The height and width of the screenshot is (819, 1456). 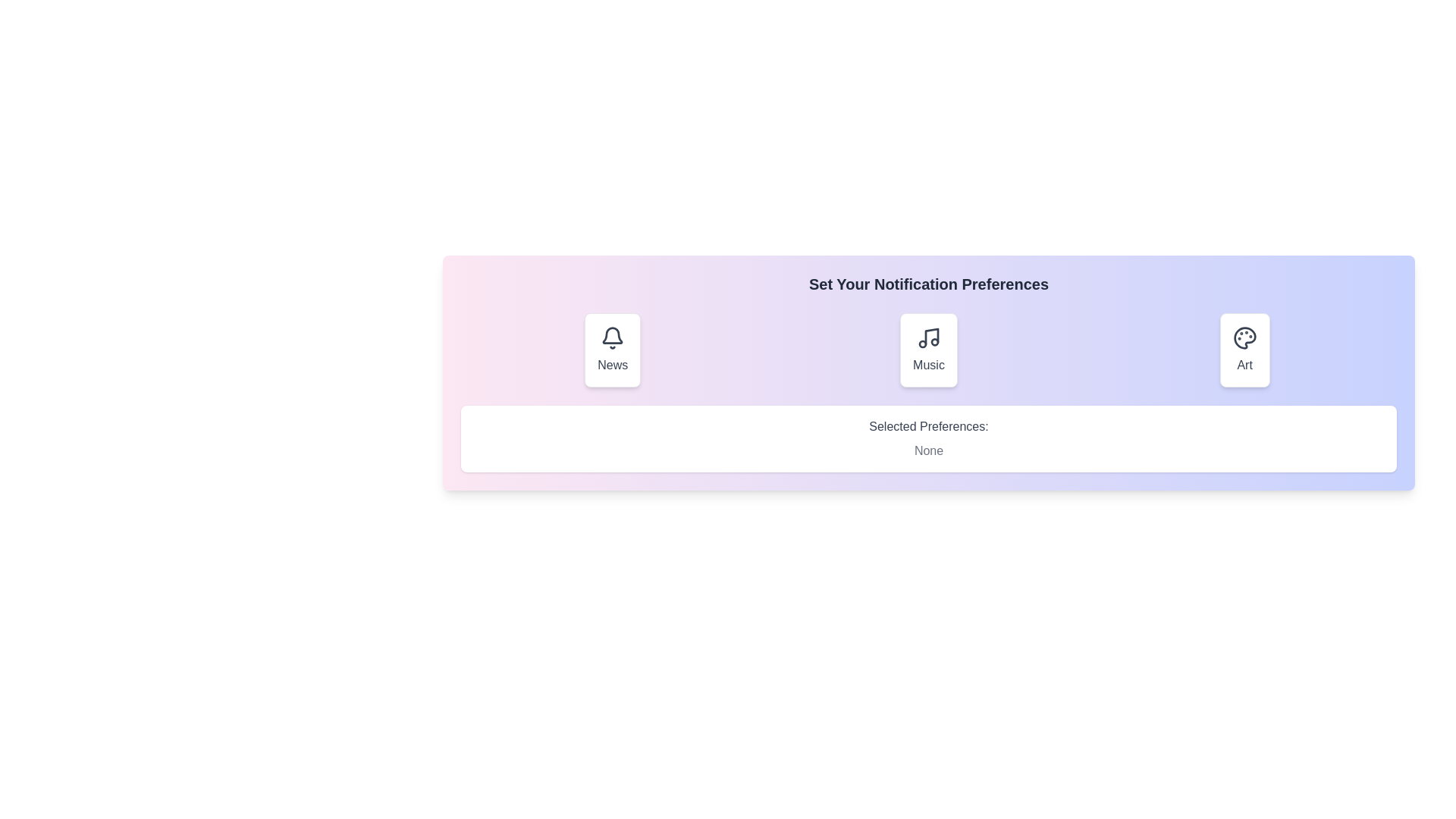 What do you see at coordinates (612, 366) in the screenshot?
I see `the 'News' notifications label located below the bell icon in the left section of the horizontal component set` at bounding box center [612, 366].